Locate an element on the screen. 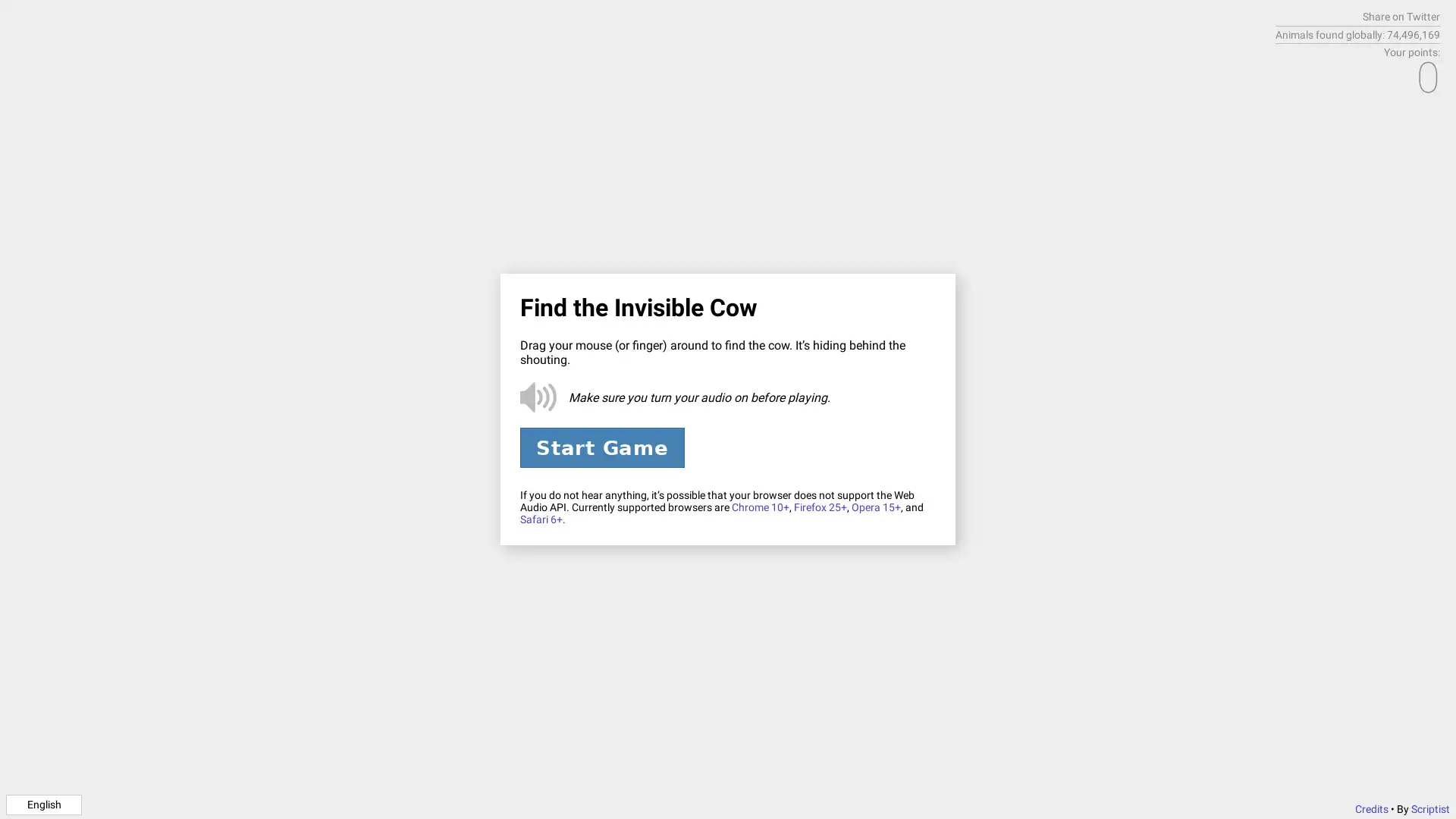 The height and width of the screenshot is (819, 1456). English is located at coordinates (43, 803).